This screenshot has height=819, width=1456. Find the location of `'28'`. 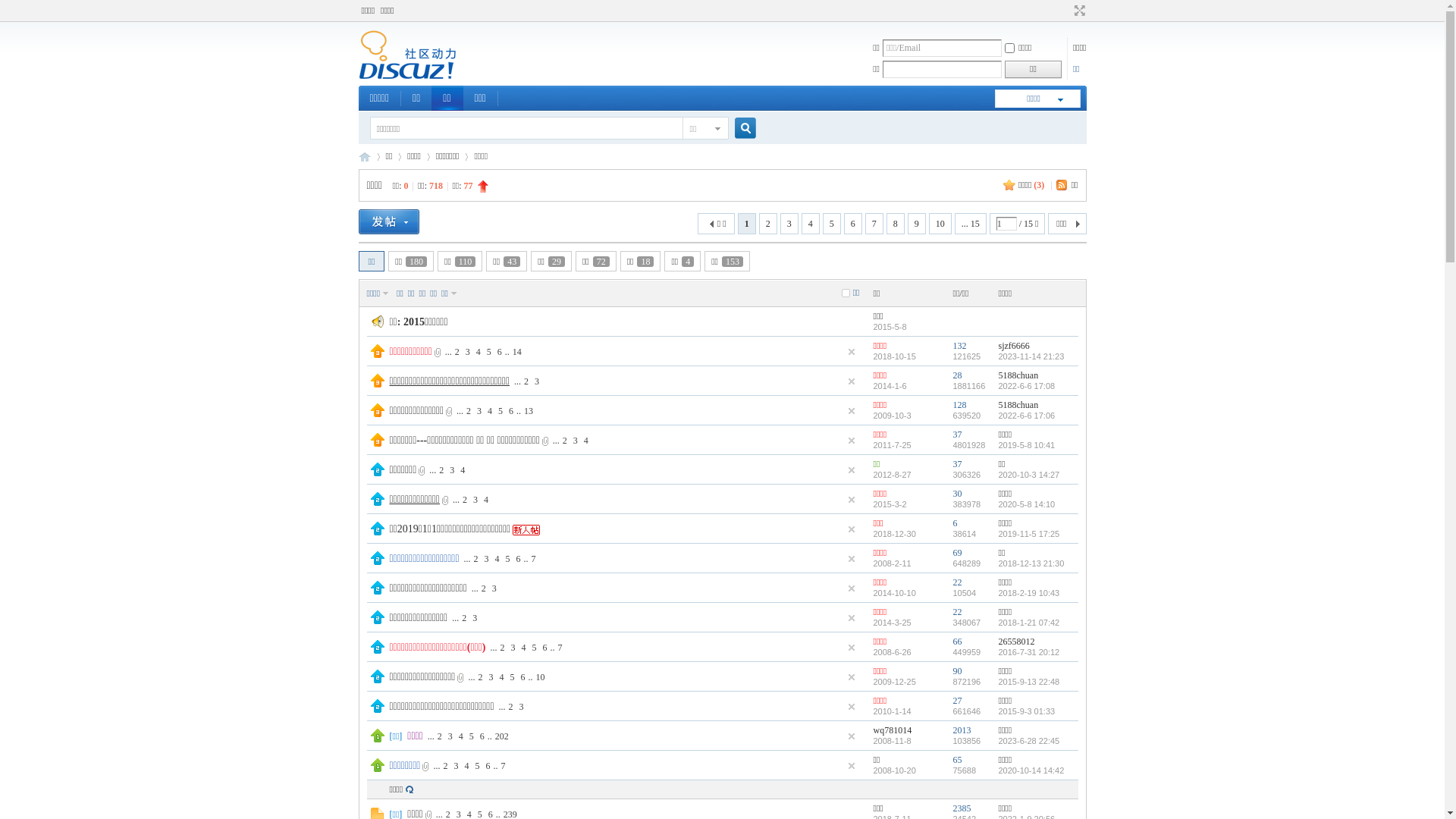

'28' is located at coordinates (956, 375).